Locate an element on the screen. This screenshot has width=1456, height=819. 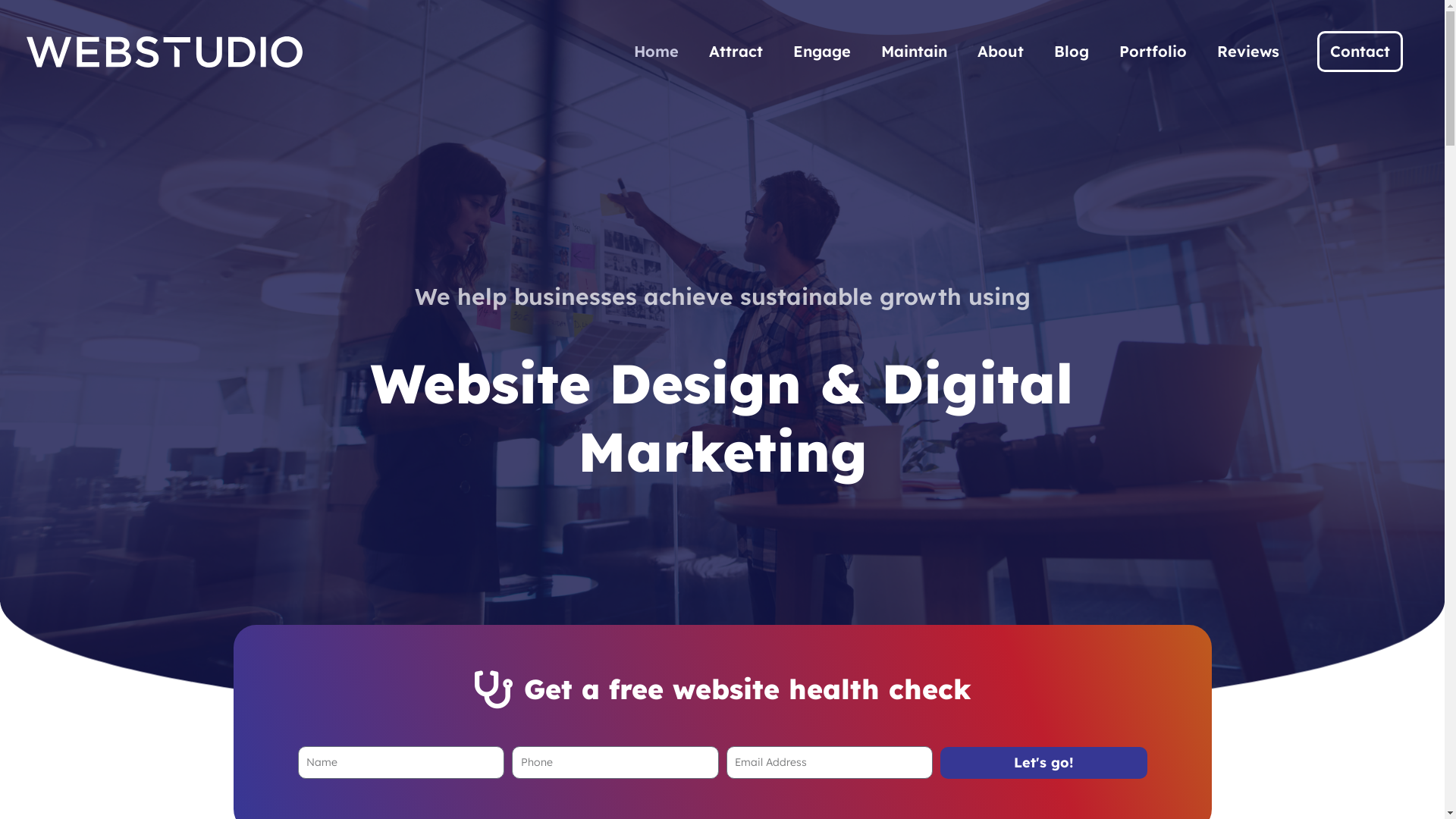
'Home' is located at coordinates (656, 51).